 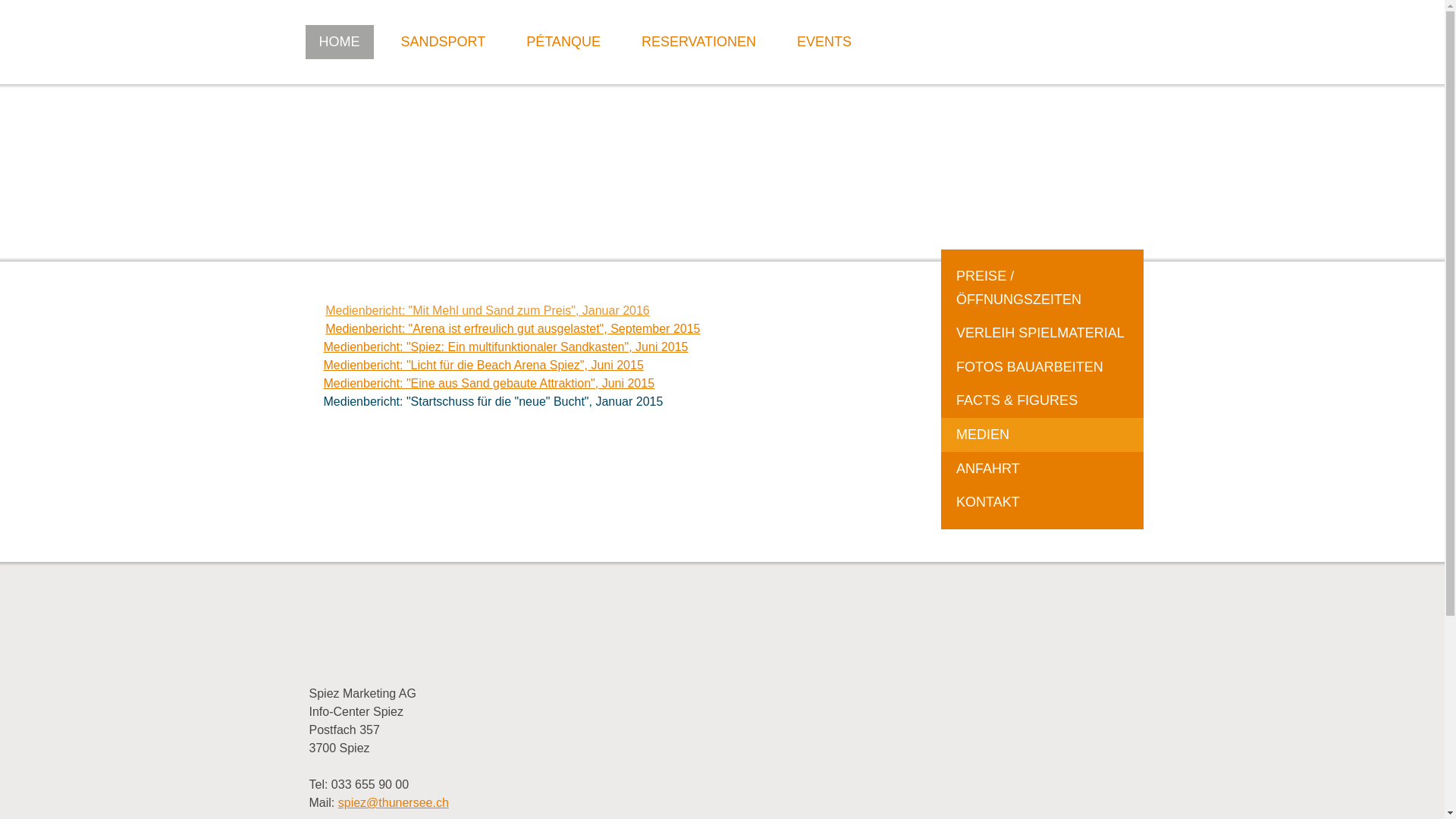 What do you see at coordinates (823, 41) in the screenshot?
I see `'EVENTS'` at bounding box center [823, 41].